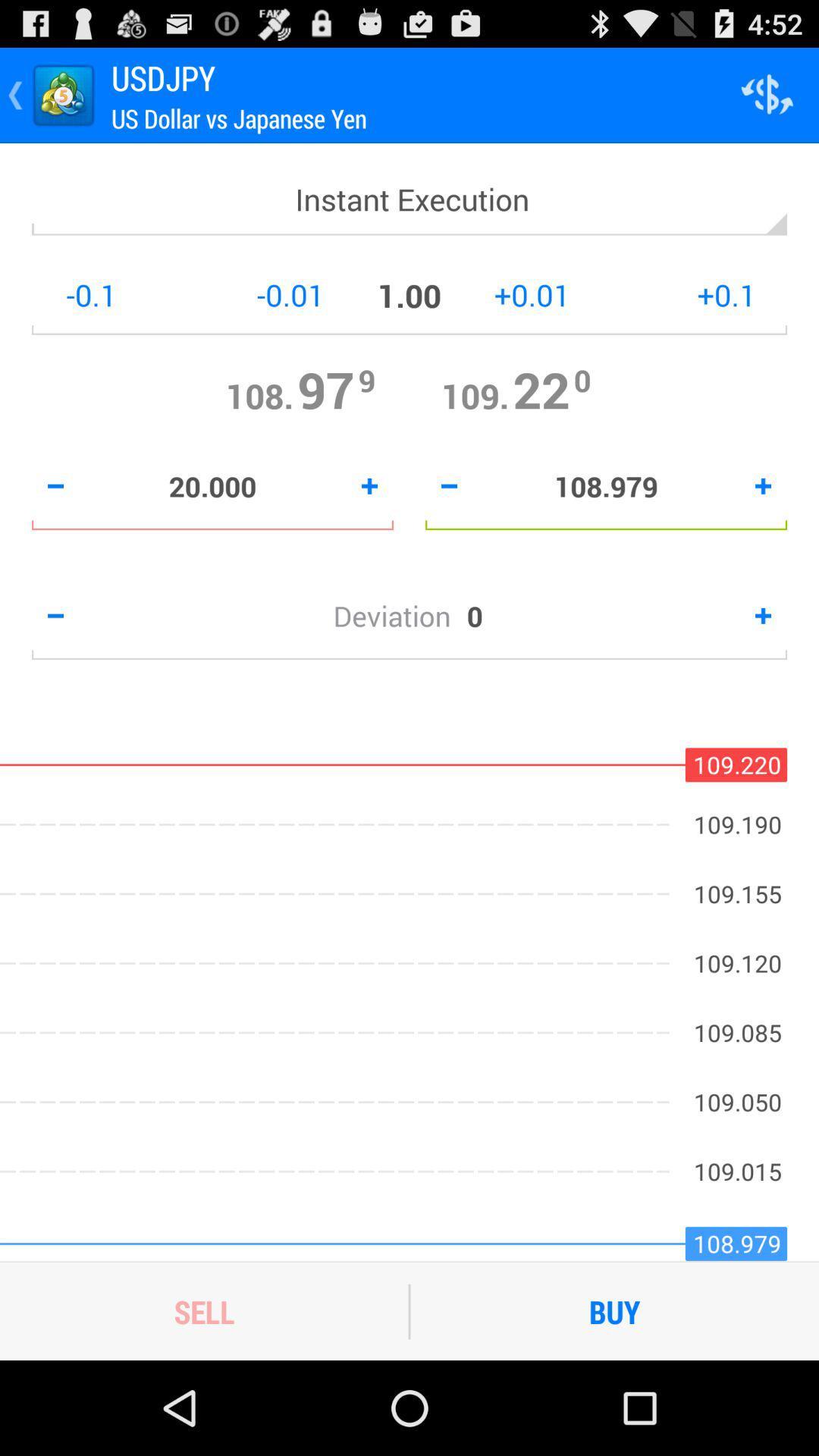 This screenshot has height=1456, width=819. I want to click on instant execution, so click(409, 206).